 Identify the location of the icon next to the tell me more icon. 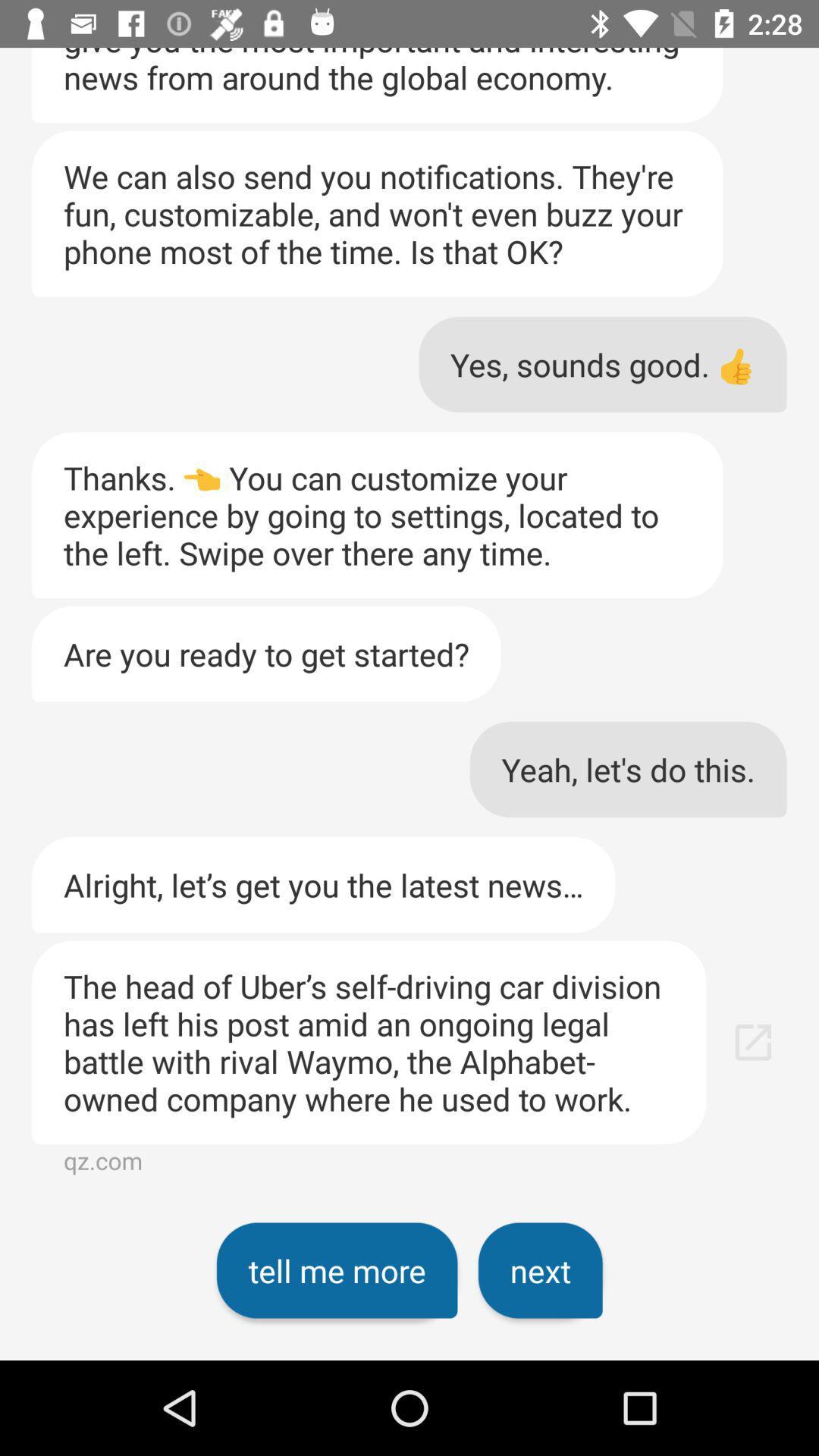
(539, 1270).